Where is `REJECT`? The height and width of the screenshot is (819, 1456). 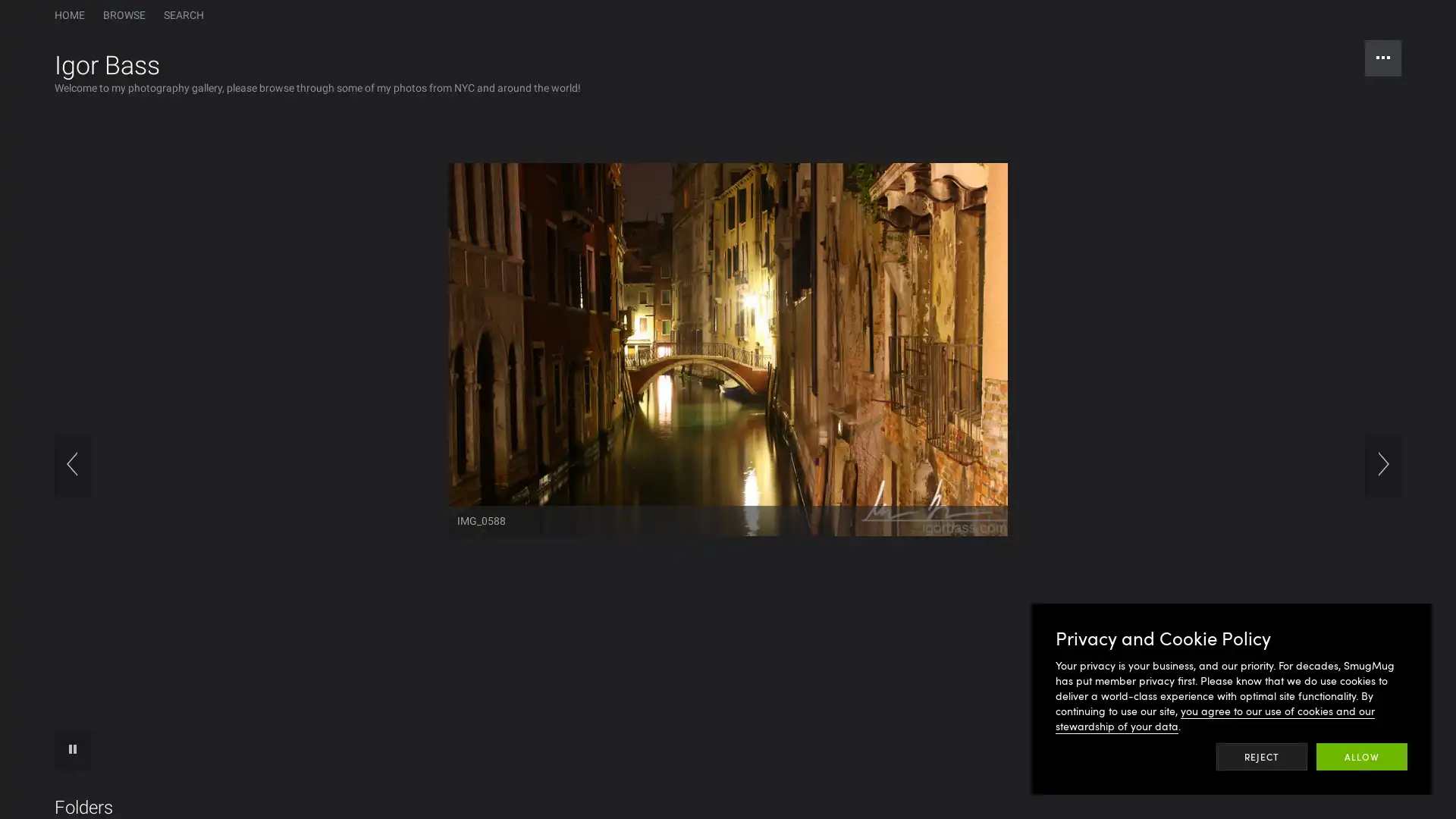
REJECT is located at coordinates (1262, 757).